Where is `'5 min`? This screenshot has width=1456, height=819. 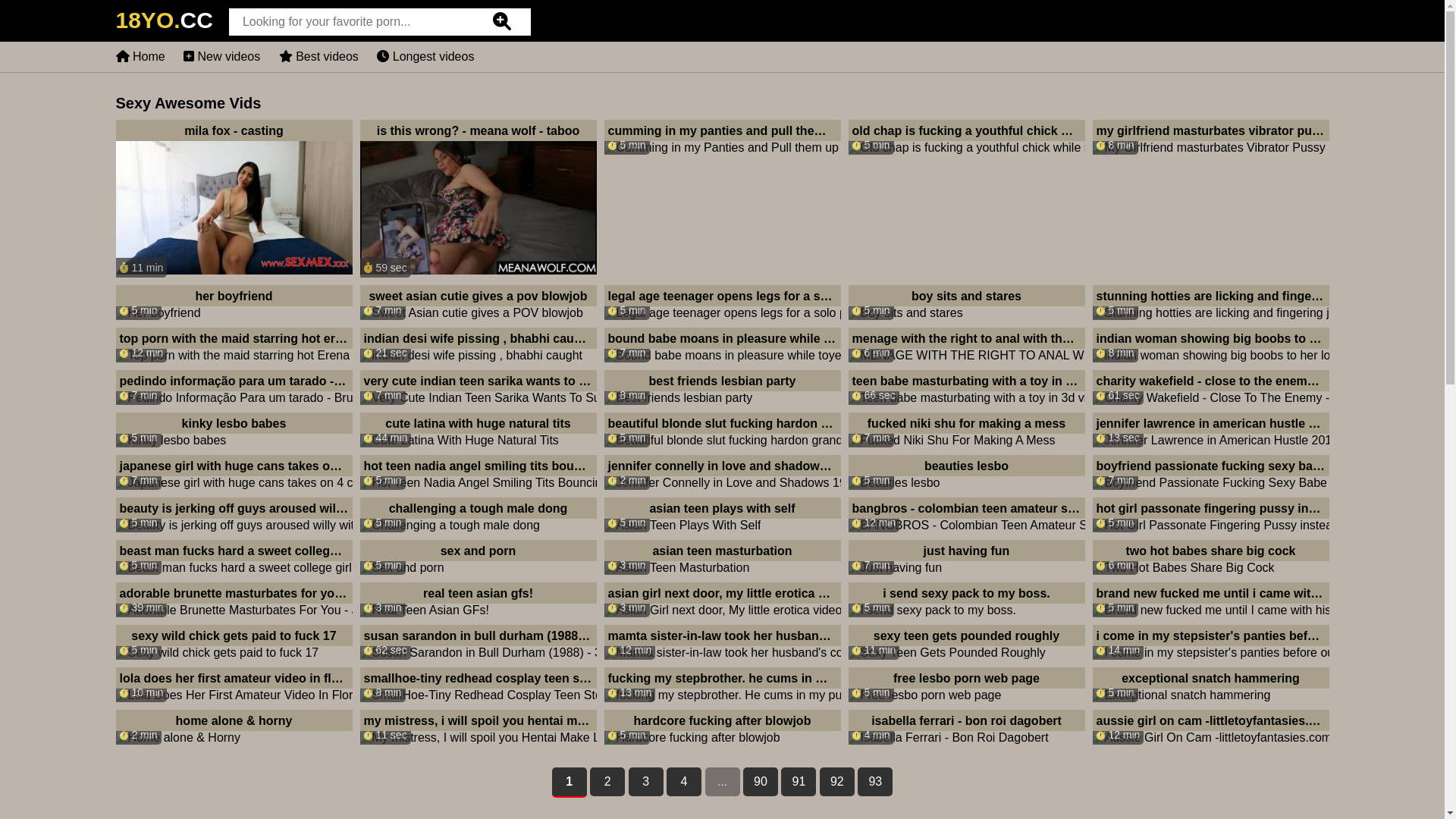 '5 min is located at coordinates (232, 642).